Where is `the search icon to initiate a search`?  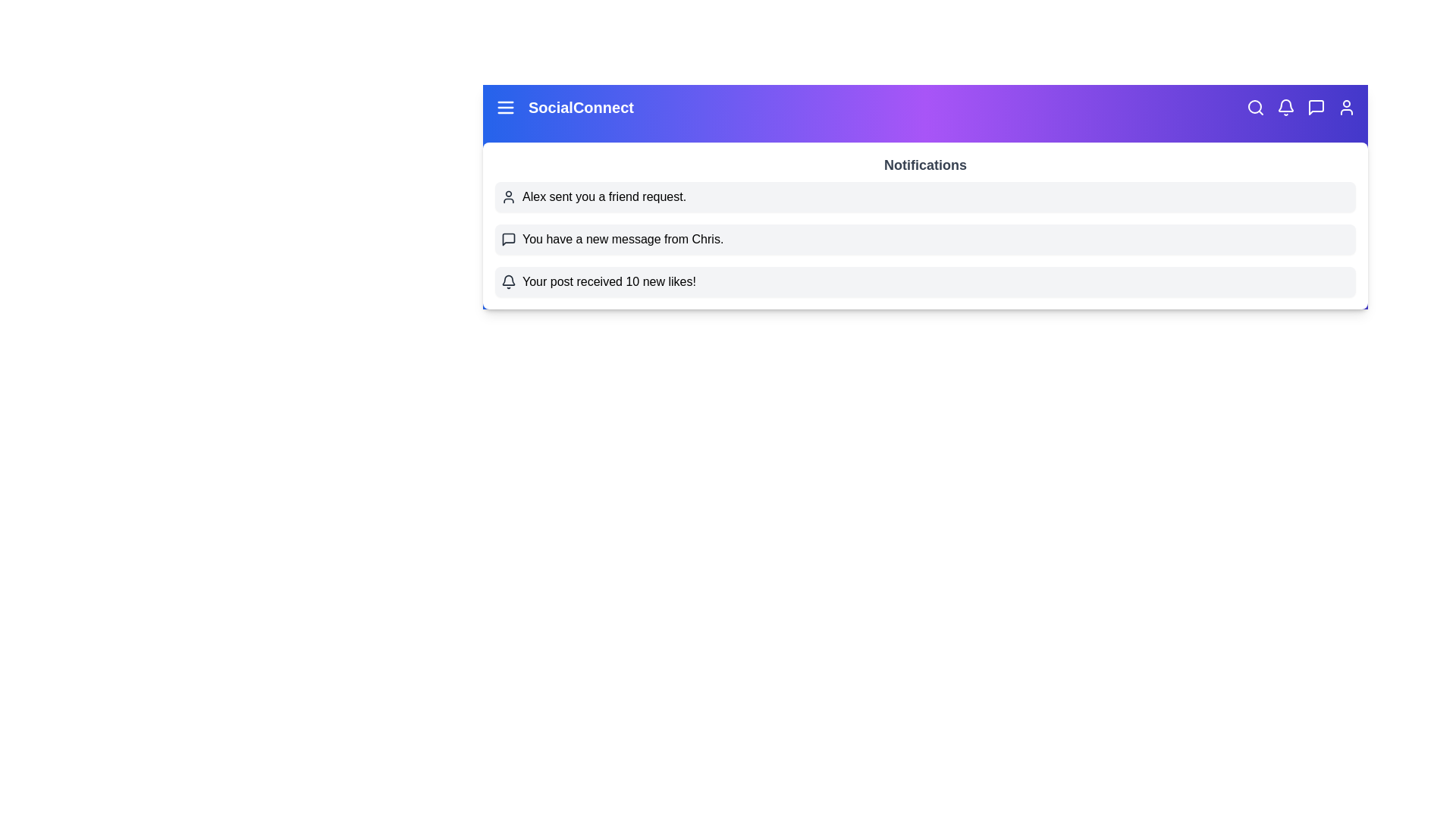
the search icon to initiate a search is located at coordinates (1256, 107).